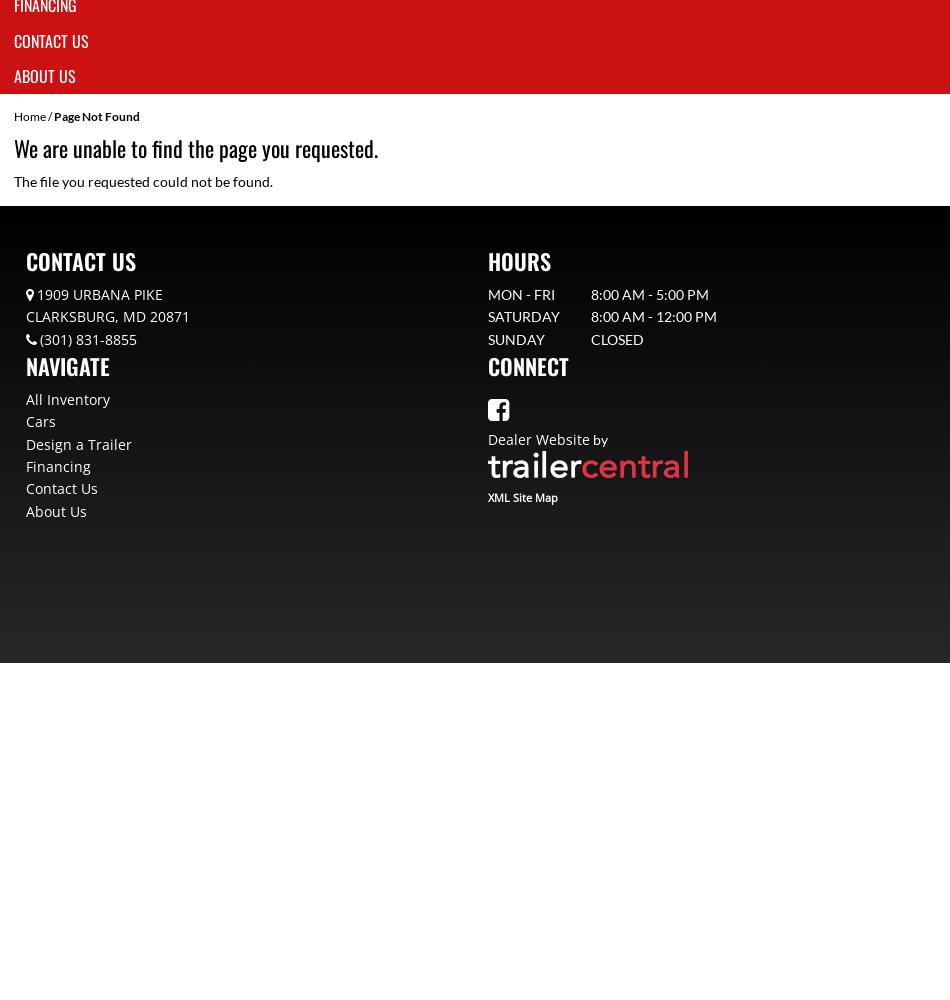  What do you see at coordinates (615, 337) in the screenshot?
I see `'Closed'` at bounding box center [615, 337].